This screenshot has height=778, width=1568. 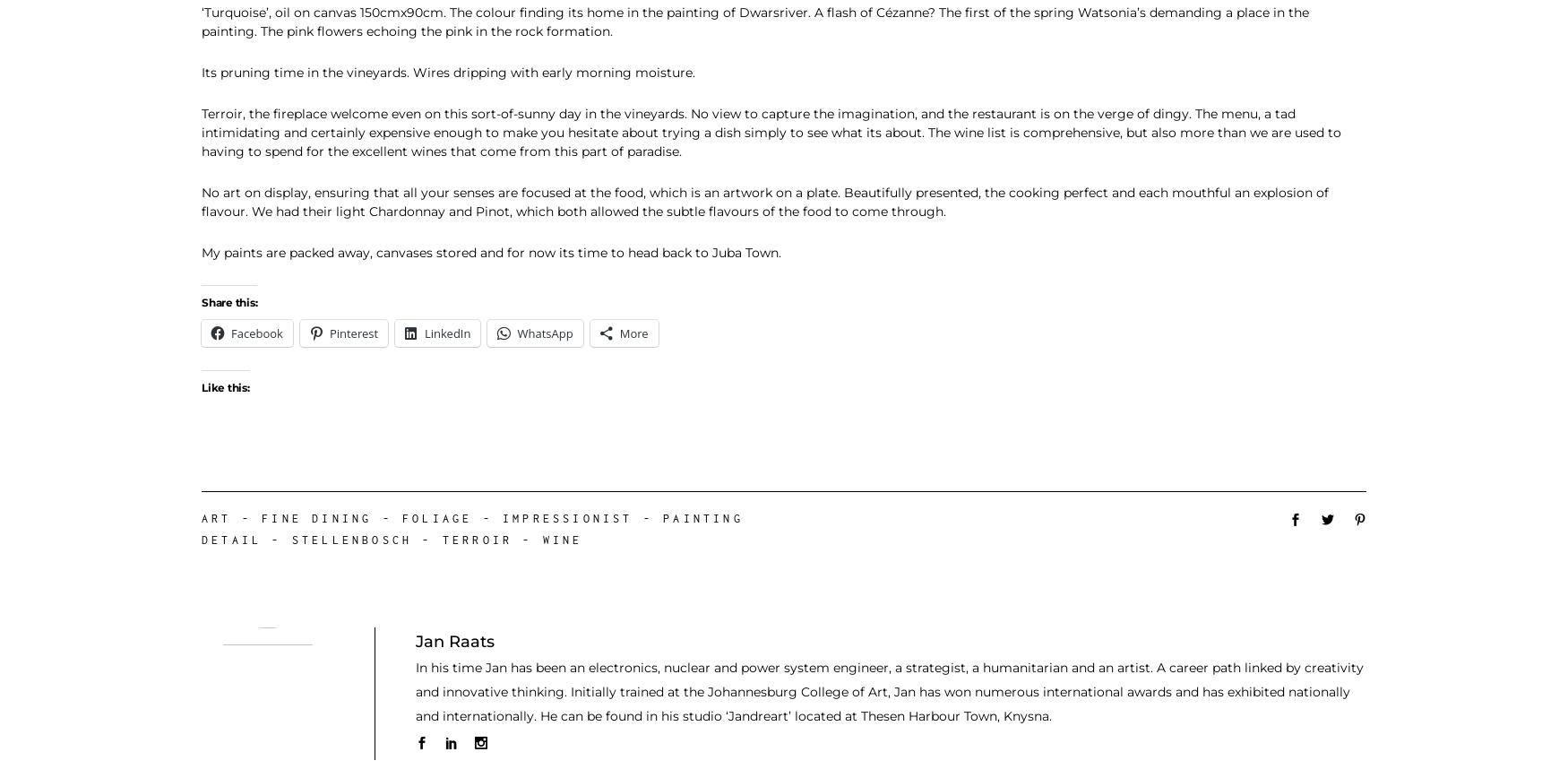 I want to click on 'More', so click(x=633, y=333).